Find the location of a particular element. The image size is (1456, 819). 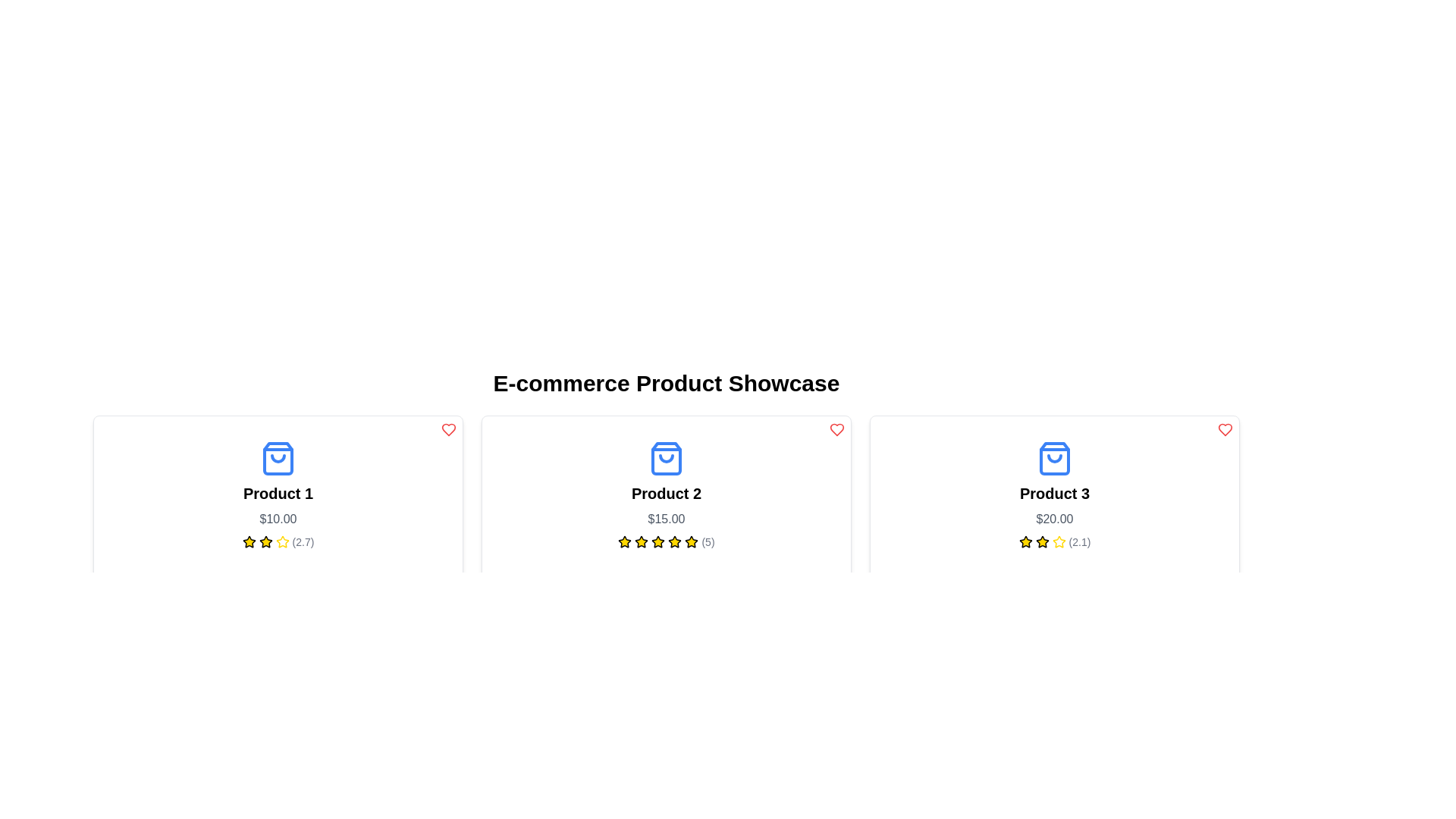

the second star is located at coordinates (282, 541).